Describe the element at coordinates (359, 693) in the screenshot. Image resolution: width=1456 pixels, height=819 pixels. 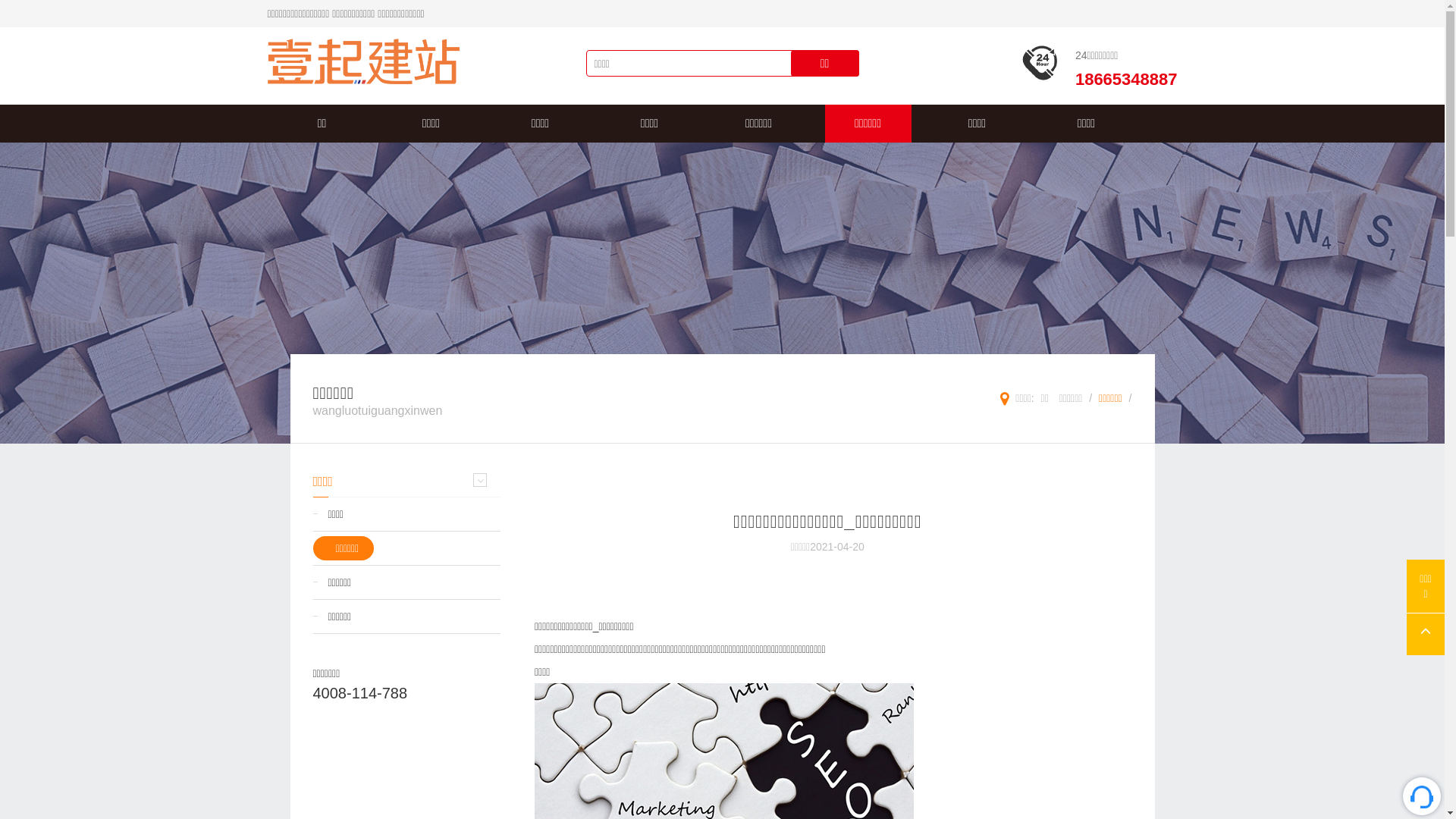
I see `'4008-114-788'` at that location.